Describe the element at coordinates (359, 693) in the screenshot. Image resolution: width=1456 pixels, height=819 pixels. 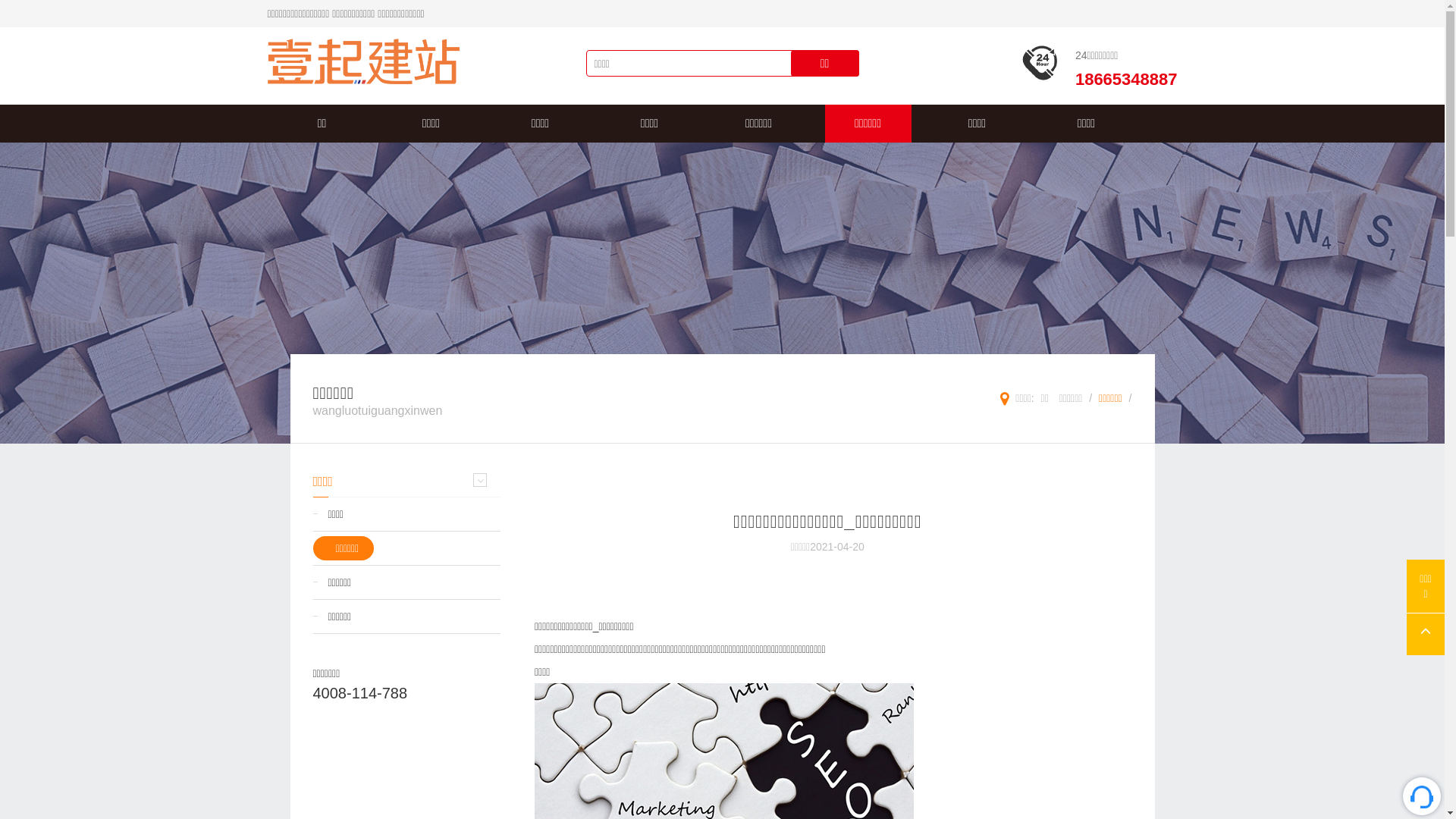
I see `'4008-114-788'` at that location.